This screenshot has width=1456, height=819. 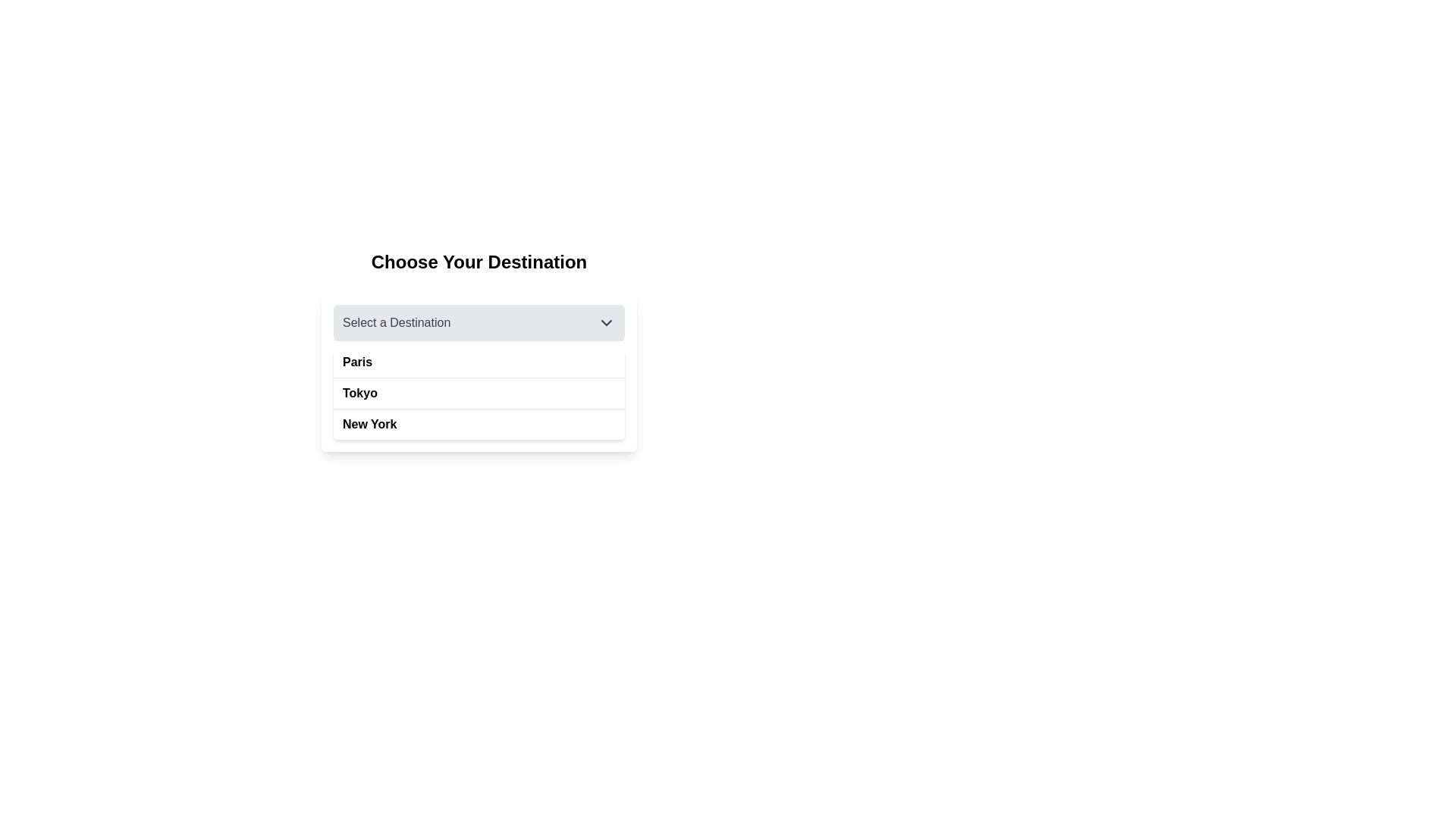 I want to click on the dropdown indicator icon located at the far right of the 'Select a Destination' button, so click(x=607, y=322).